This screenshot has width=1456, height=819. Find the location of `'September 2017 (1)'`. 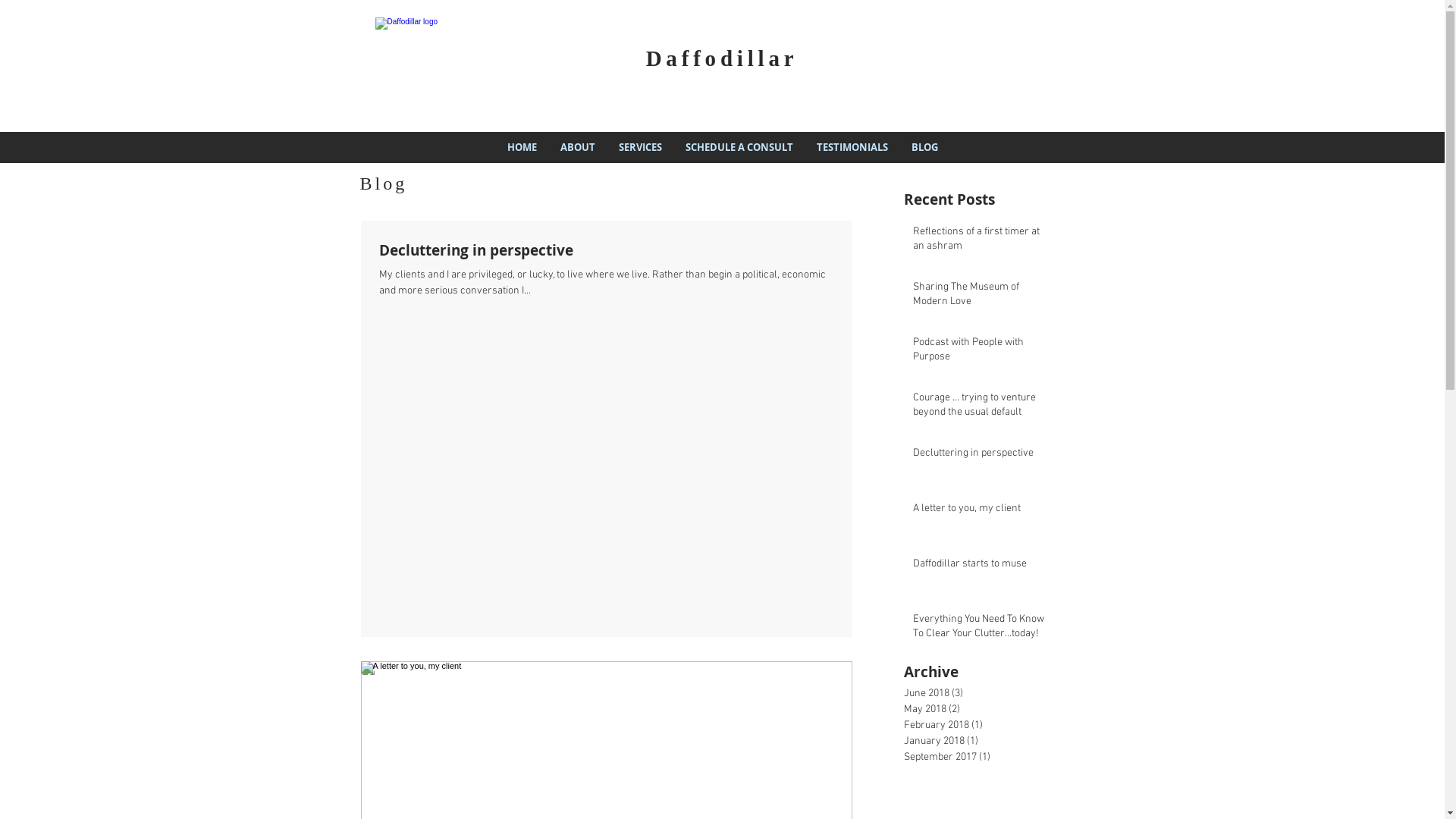

'September 2017 (1)' is located at coordinates (983, 757).